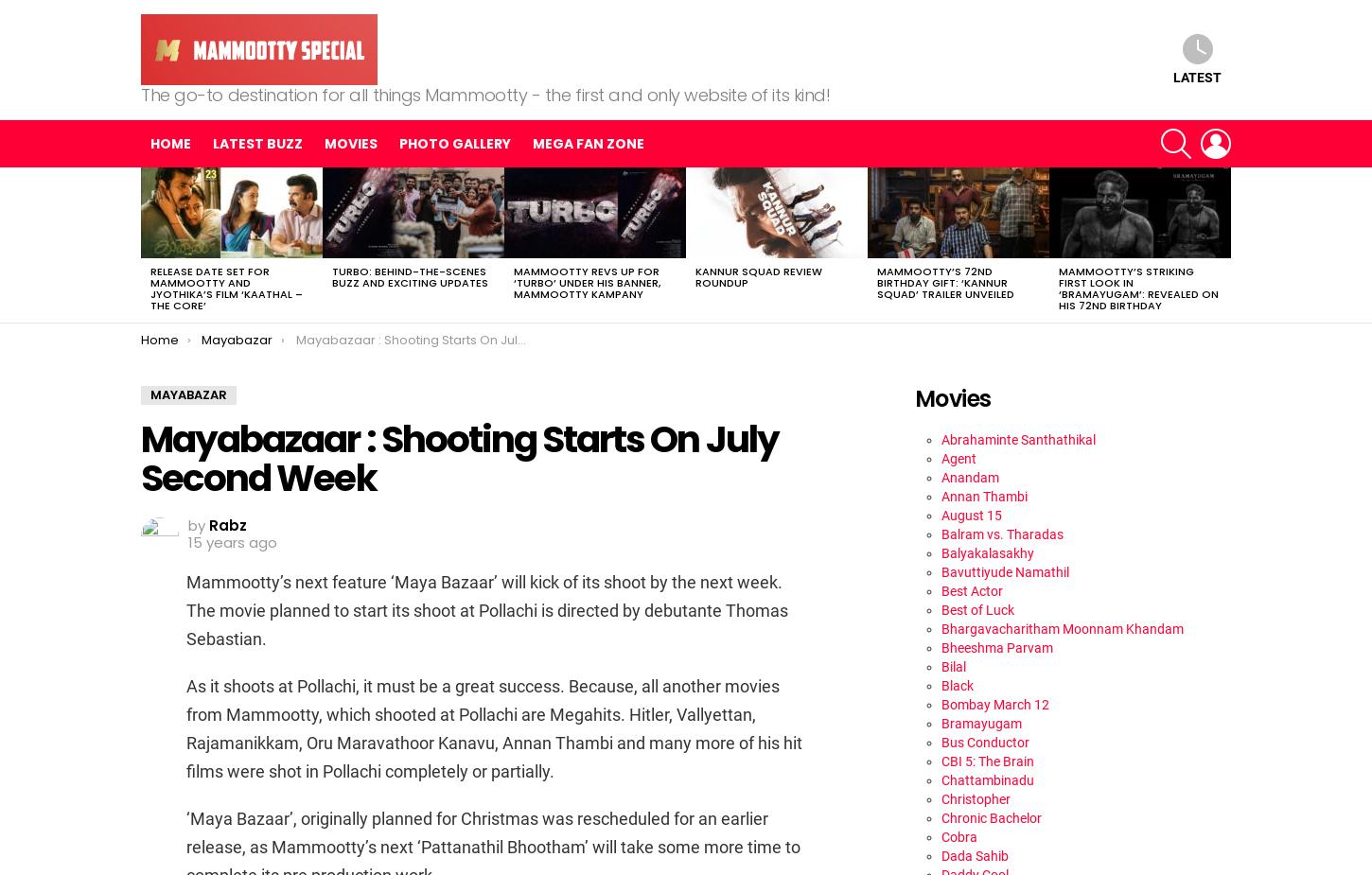 Image resolution: width=1372 pixels, height=875 pixels. I want to click on 'Anandam', so click(941, 477).